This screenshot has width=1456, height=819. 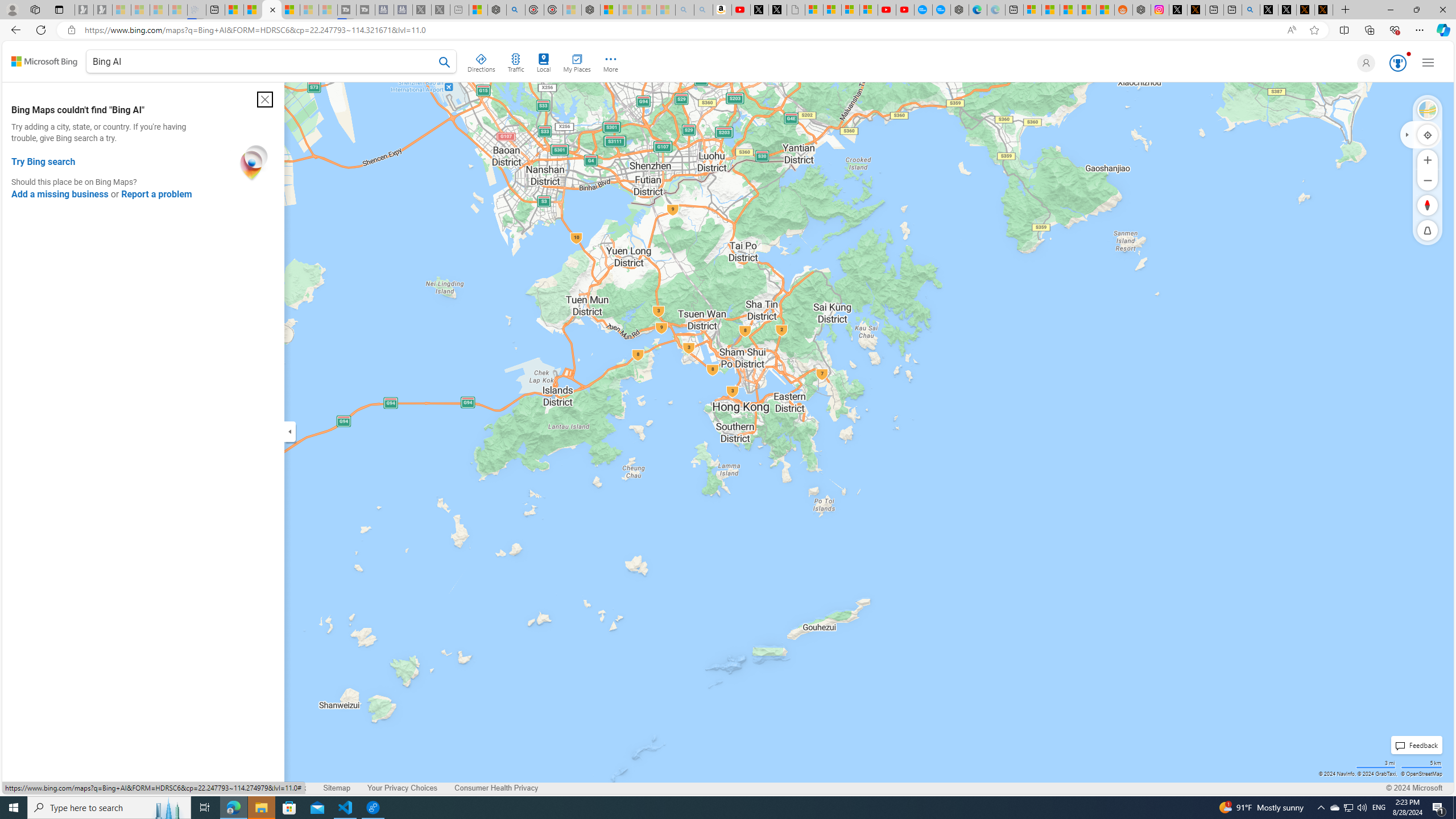 What do you see at coordinates (610, 61) in the screenshot?
I see `'More'` at bounding box center [610, 61].